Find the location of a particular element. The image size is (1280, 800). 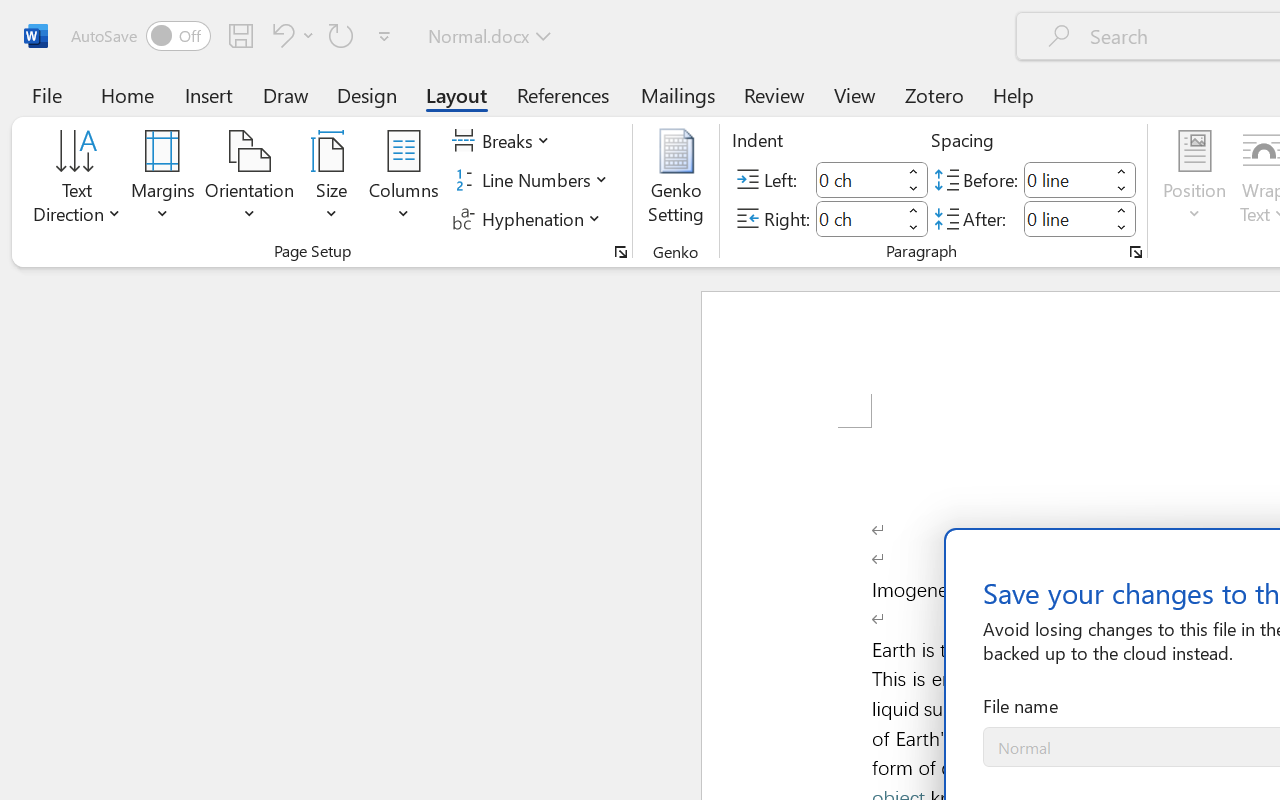

'Spacing After' is located at coordinates (1065, 218).